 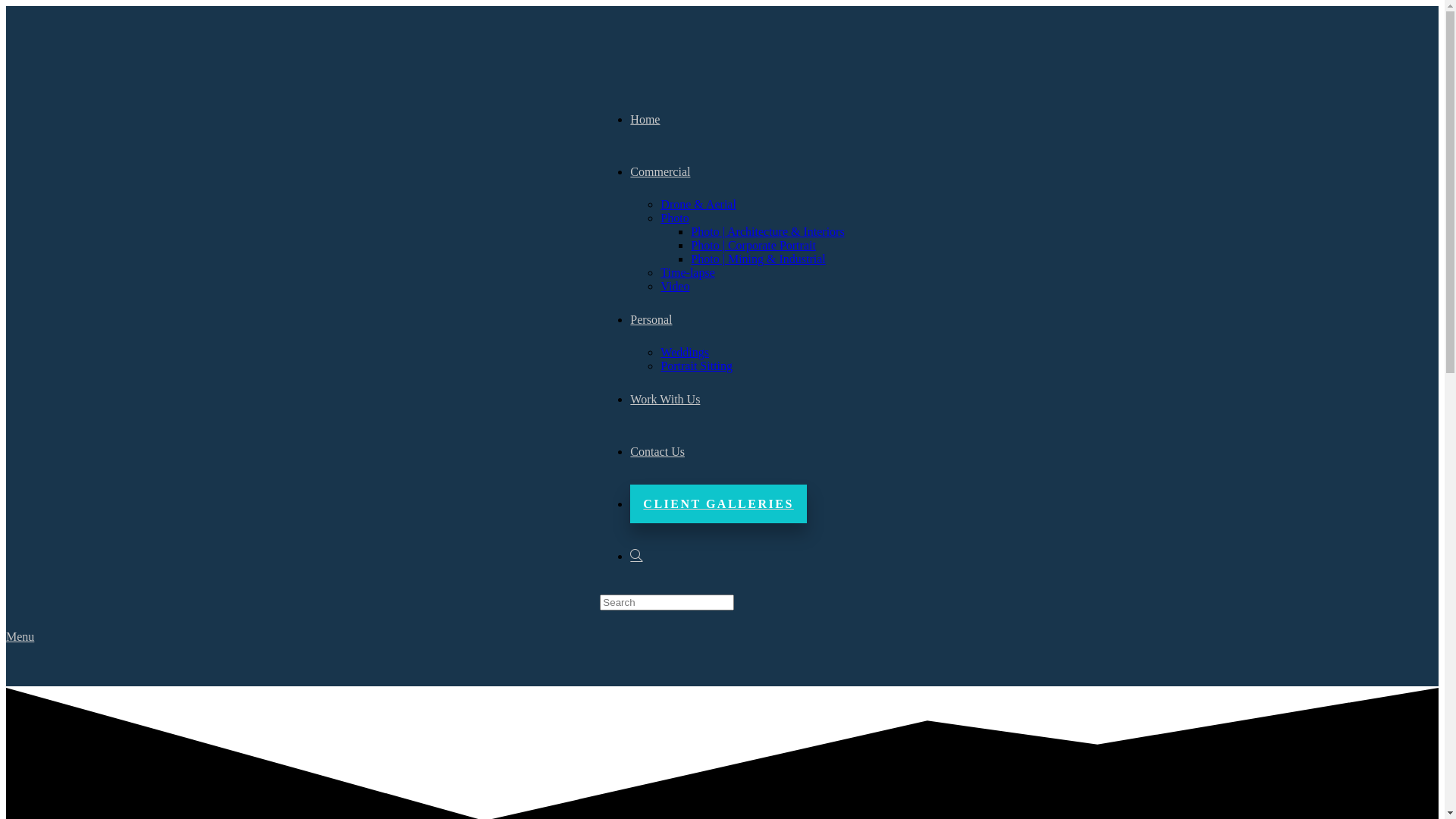 I want to click on 'Menu', so click(x=20, y=636).